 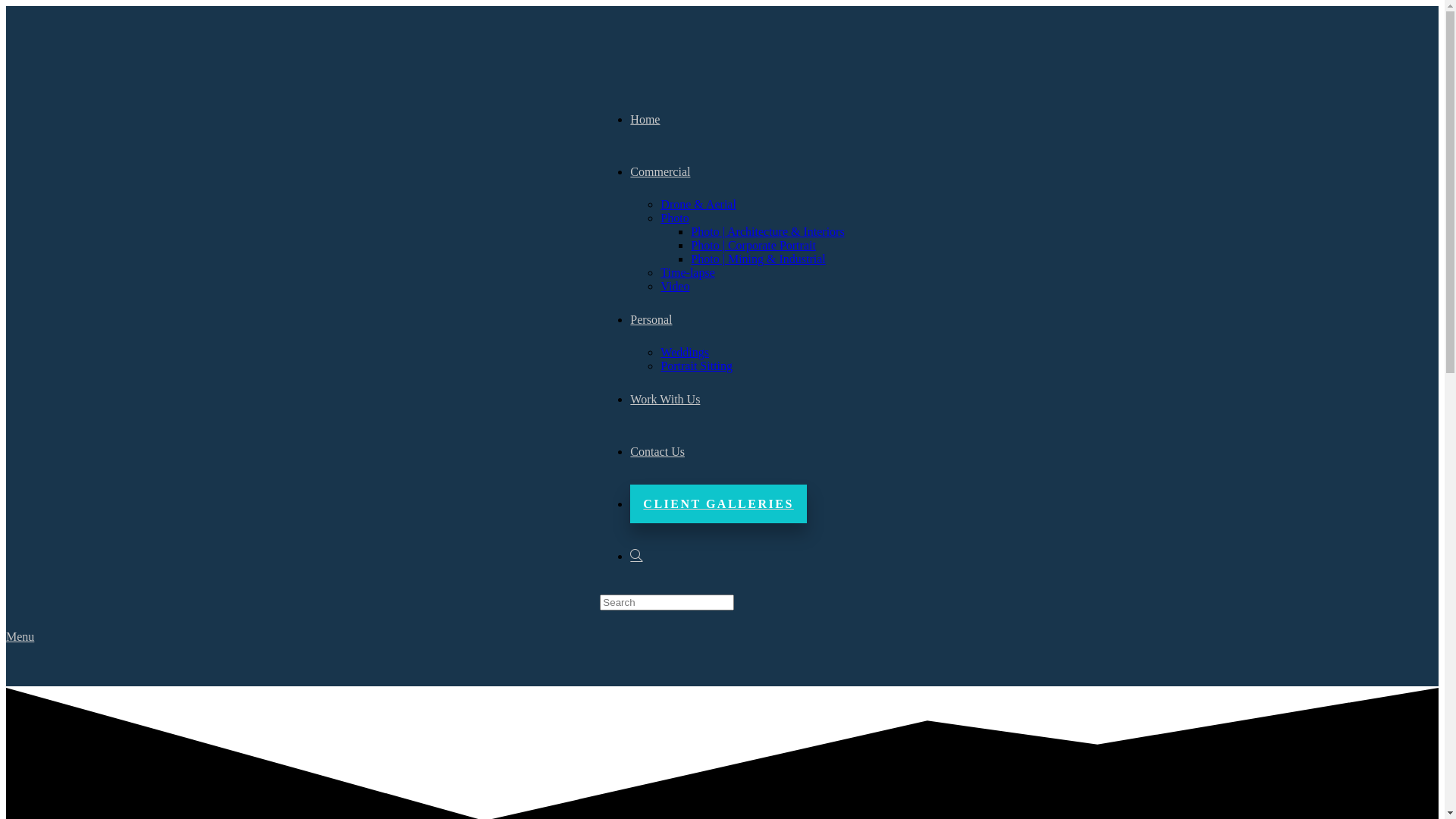 I want to click on 'Menu', so click(x=20, y=636).